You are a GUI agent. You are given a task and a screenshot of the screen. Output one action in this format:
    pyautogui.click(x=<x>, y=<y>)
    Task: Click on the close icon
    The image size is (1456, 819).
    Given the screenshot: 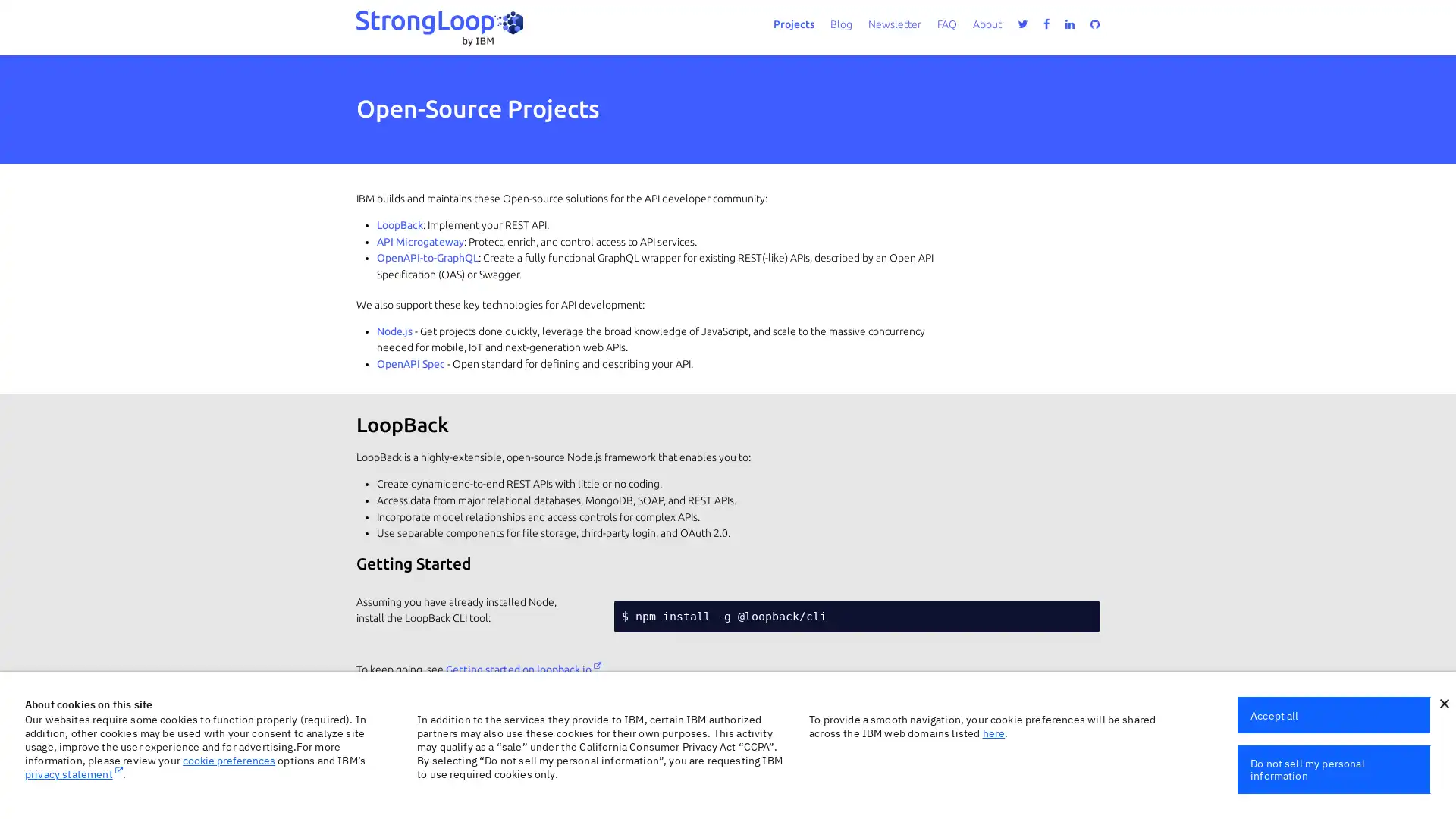 What is the action you would take?
    pyautogui.click(x=1444, y=704)
    